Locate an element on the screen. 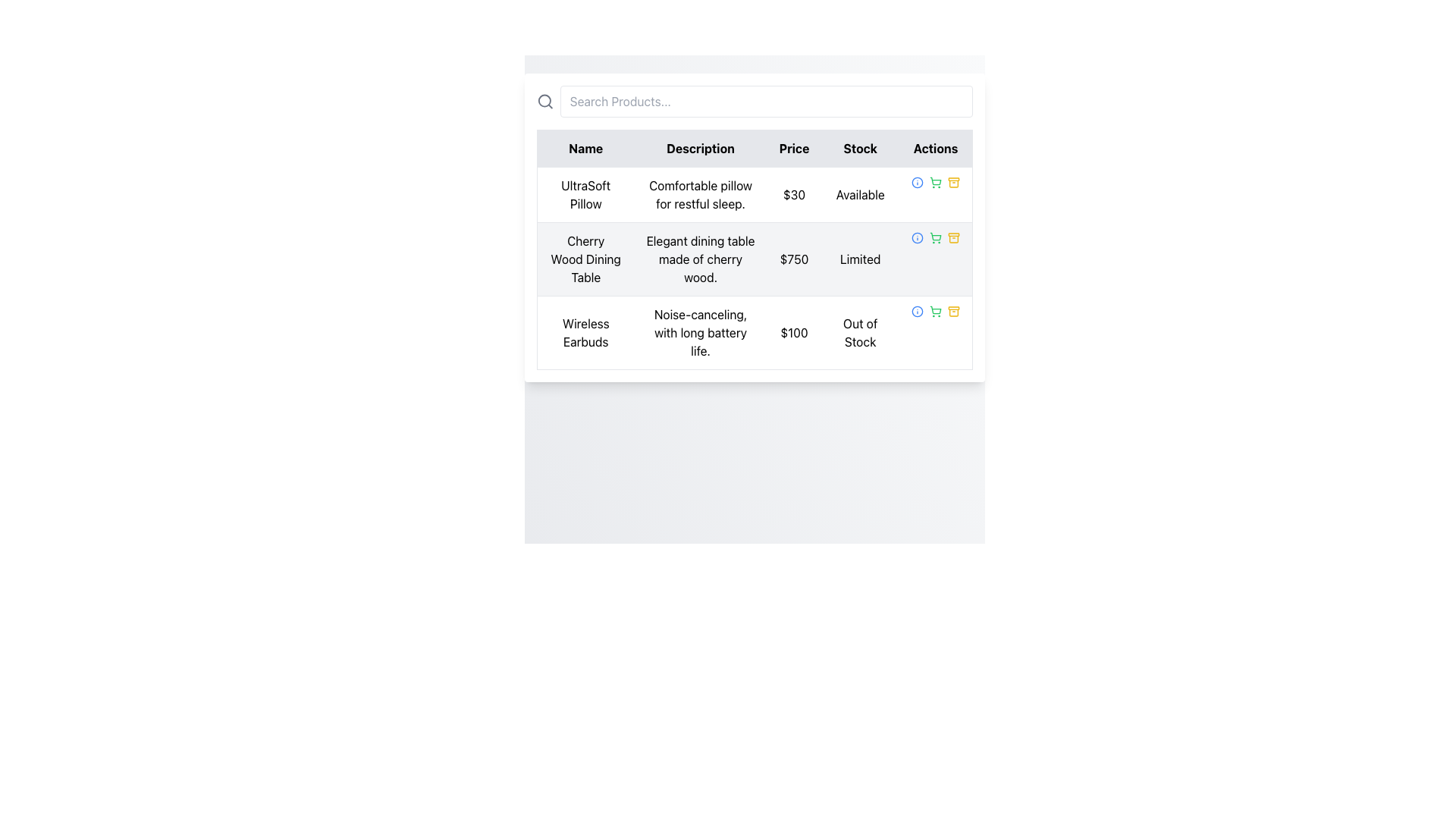 The height and width of the screenshot is (819, 1456). the button for adding the associated product to the shopping cart, which is the third interactive icon in the 'Actions' column of the last row of the table is located at coordinates (934, 311).